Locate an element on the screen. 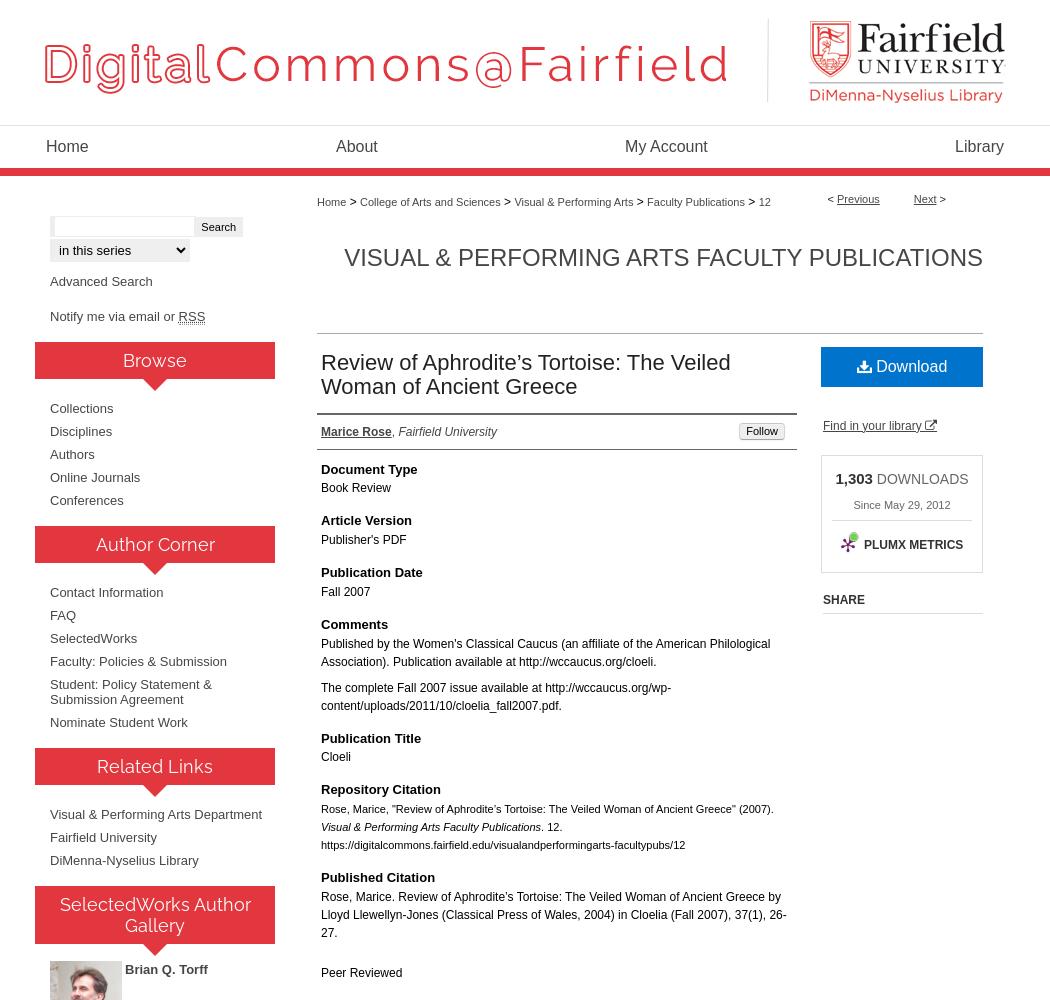 The width and height of the screenshot is (1050, 1000). 'Rose, Marice, "Review of Aphrodite’s Tortoise: The Veiled Woman of Ancient Greece" (2007).' is located at coordinates (547, 808).